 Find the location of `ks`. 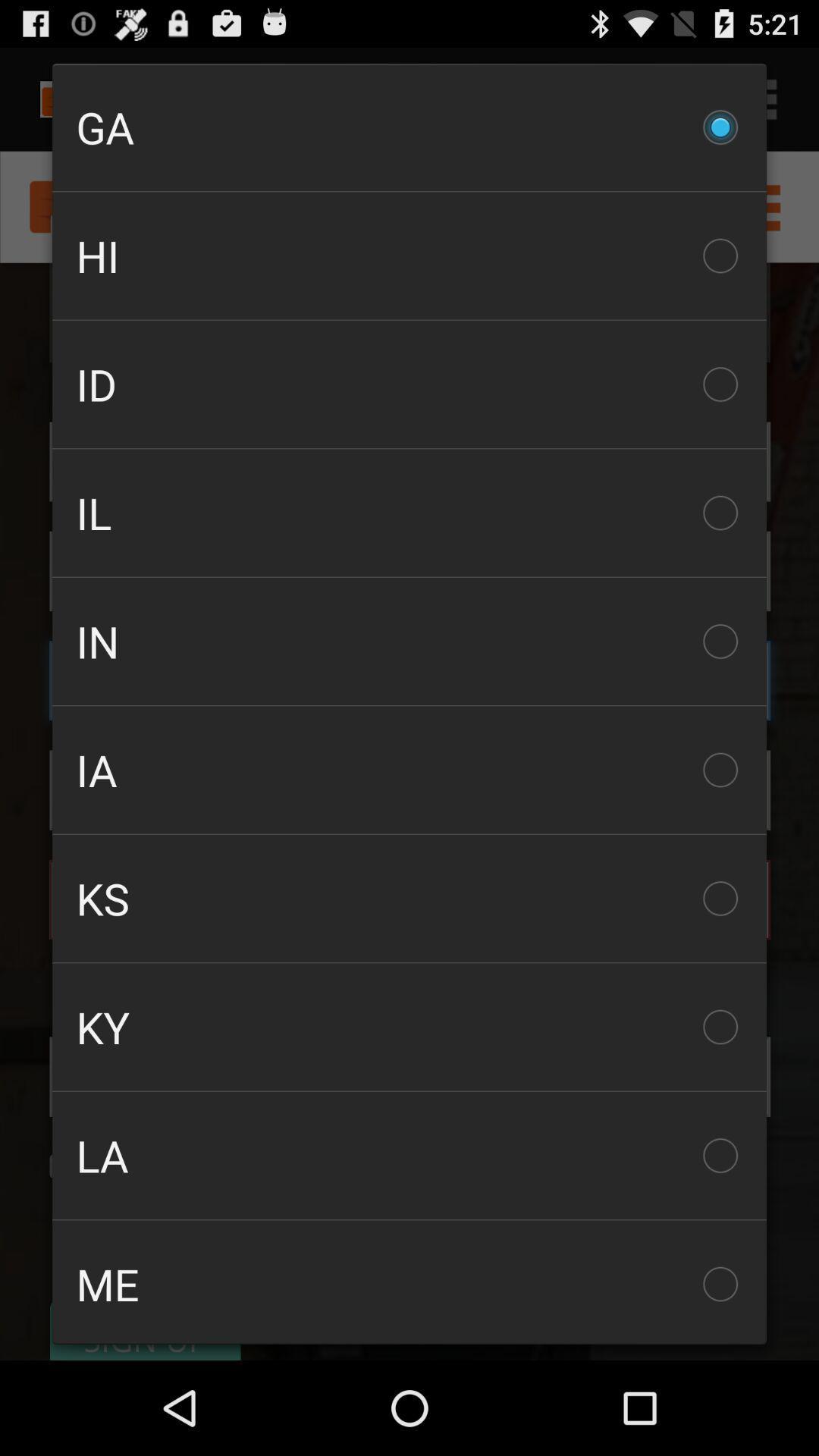

ks is located at coordinates (409, 899).